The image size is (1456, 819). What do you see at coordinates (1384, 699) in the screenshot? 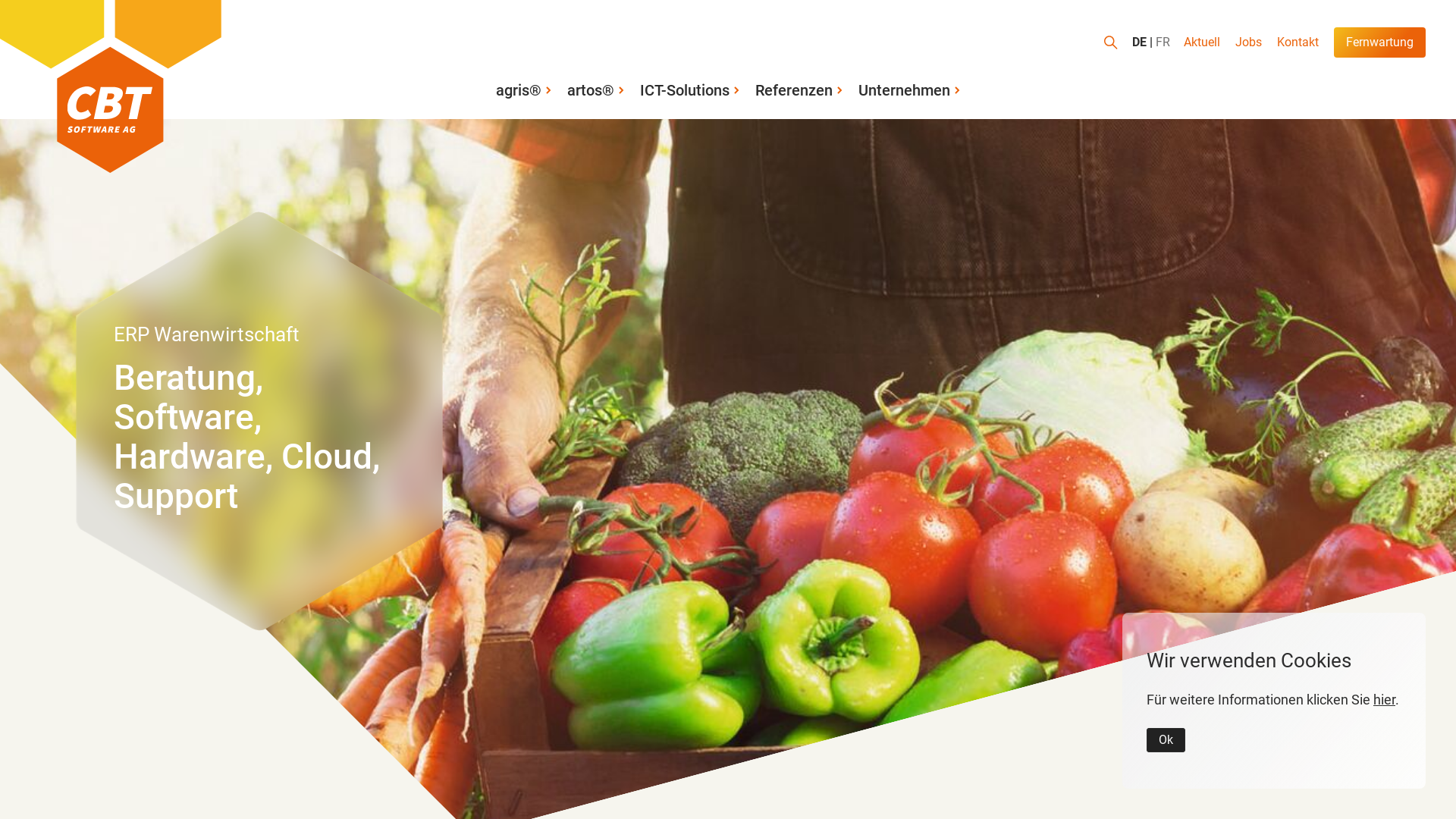
I see `'hier'` at bounding box center [1384, 699].